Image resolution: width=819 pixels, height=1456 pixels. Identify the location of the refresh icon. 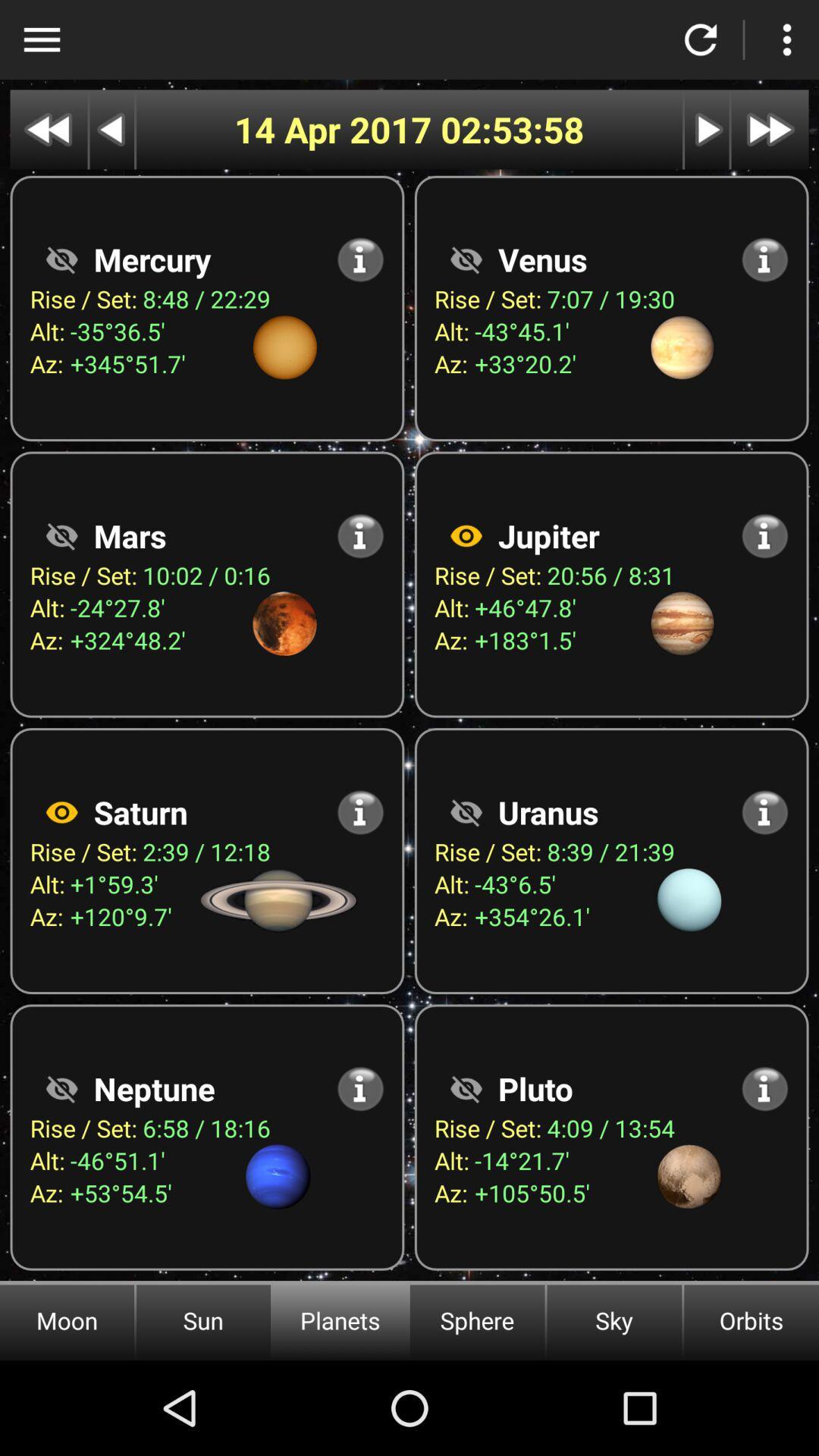
(701, 39).